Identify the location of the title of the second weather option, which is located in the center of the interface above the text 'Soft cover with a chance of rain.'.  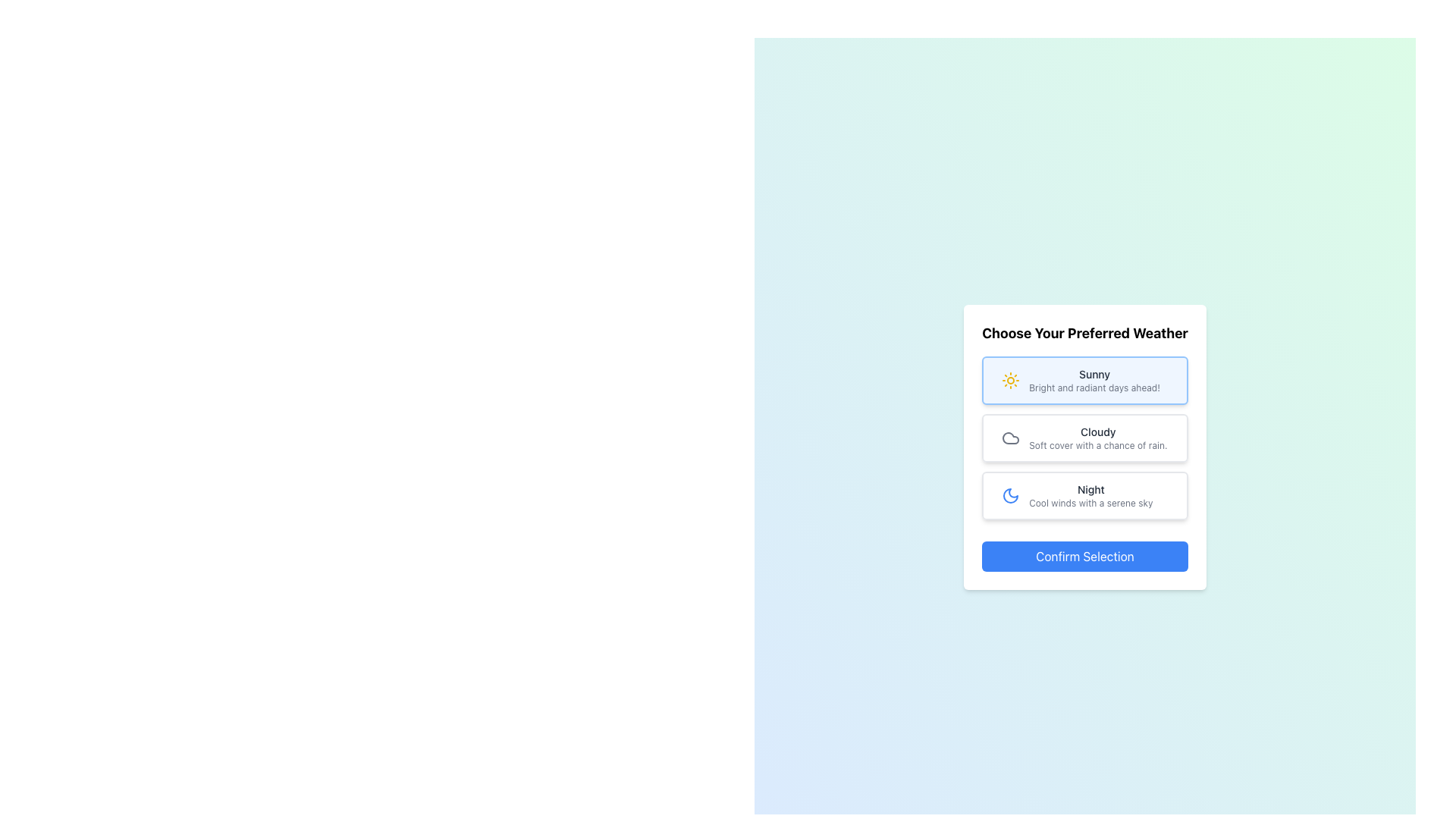
(1098, 432).